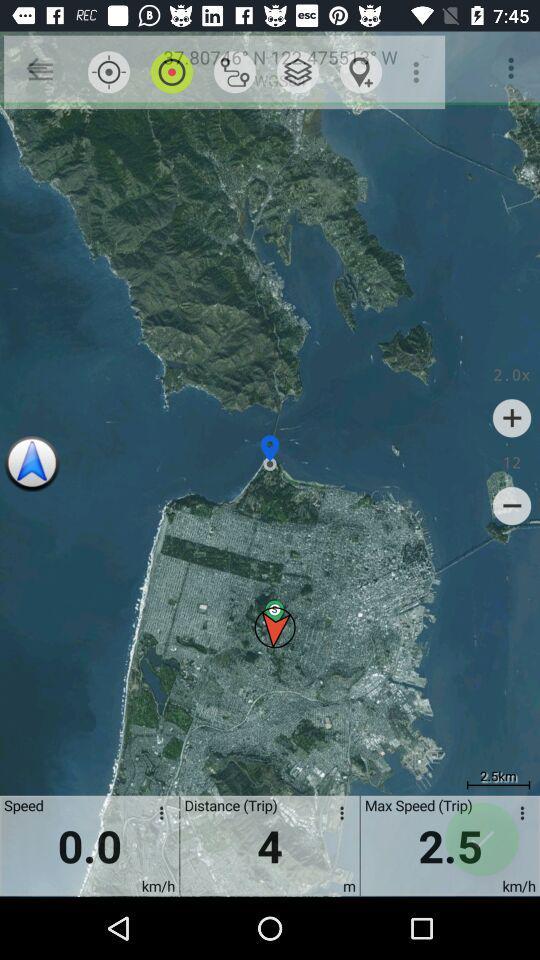 The height and width of the screenshot is (960, 540). What do you see at coordinates (512, 505) in the screenshot?
I see `the icon below 12 item` at bounding box center [512, 505].